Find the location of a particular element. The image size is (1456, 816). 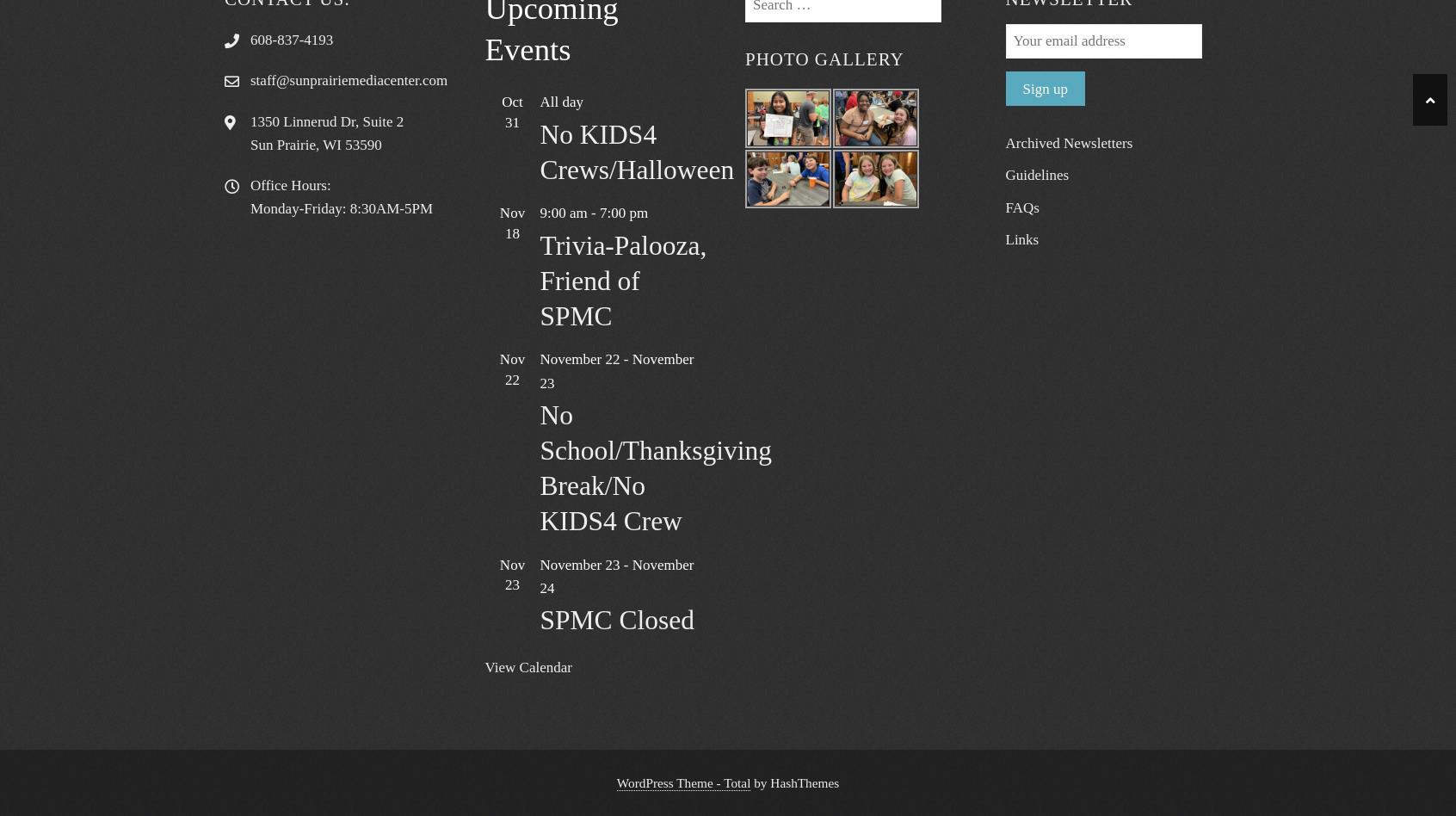

'Guidelines' is located at coordinates (1037, 174).